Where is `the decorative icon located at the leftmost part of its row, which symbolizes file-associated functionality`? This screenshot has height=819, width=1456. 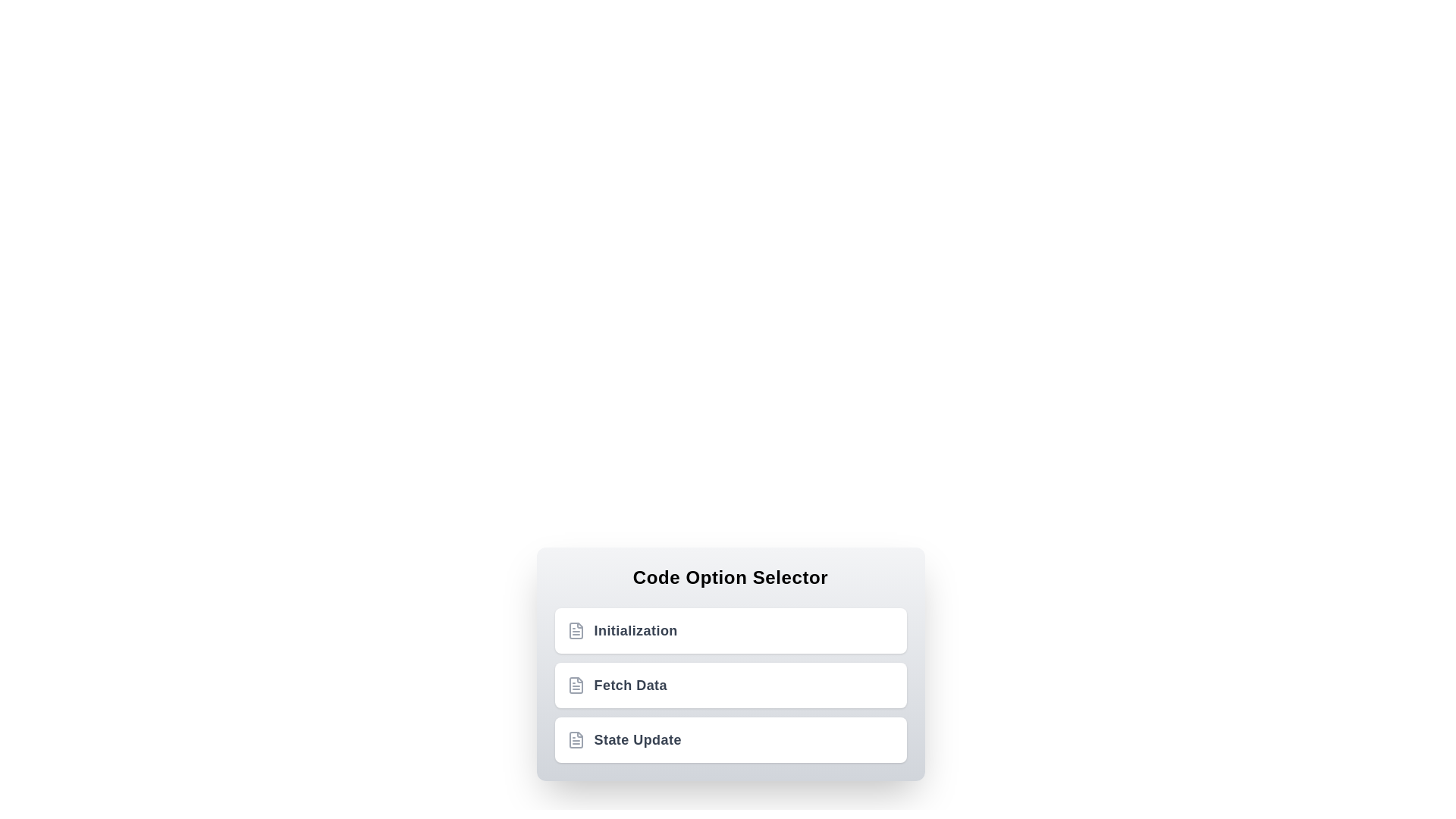 the decorative icon located at the leftmost part of its row, which symbolizes file-associated functionality is located at coordinates (575, 631).